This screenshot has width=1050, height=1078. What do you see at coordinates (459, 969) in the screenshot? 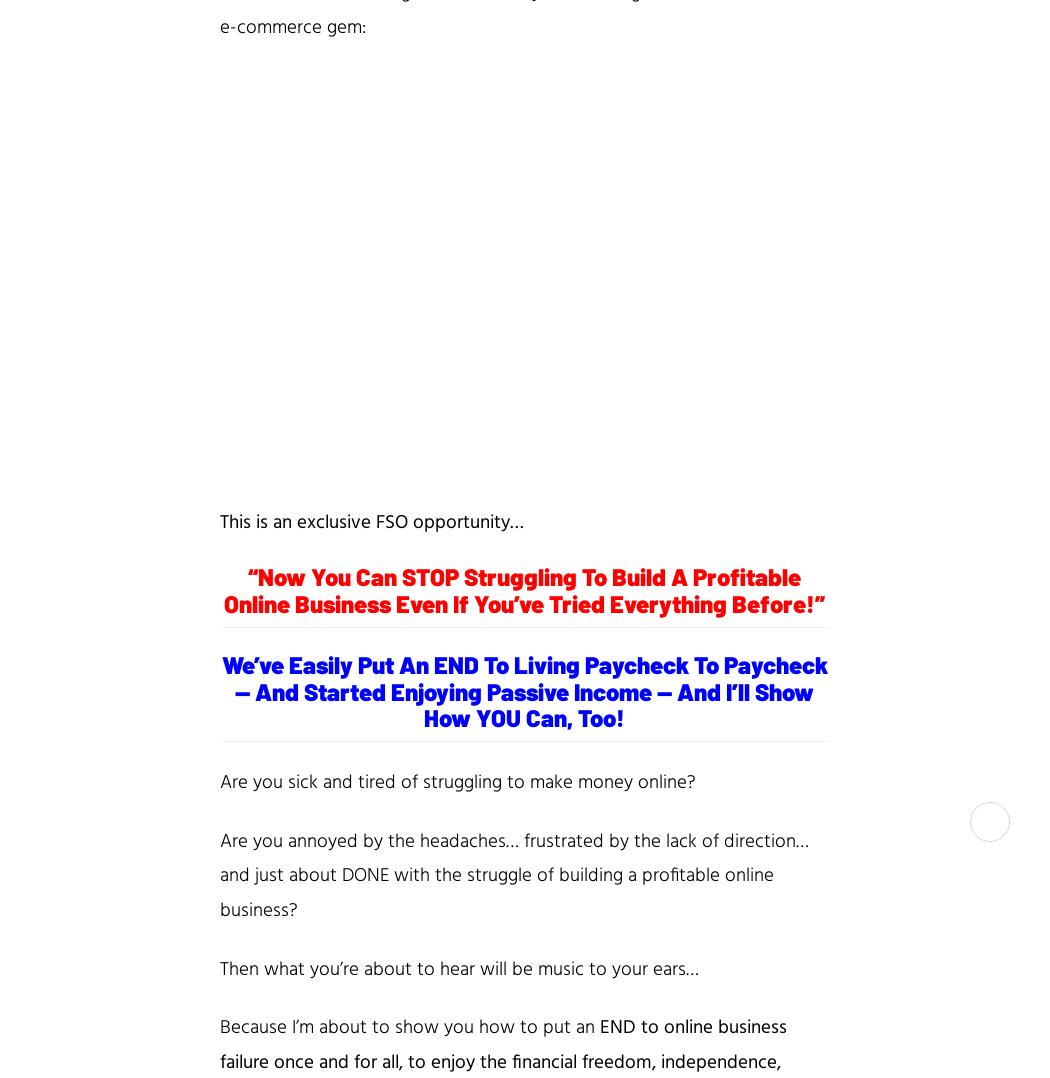
I see `'Then what you’re about to hear will be music to your ears…'` at bounding box center [459, 969].